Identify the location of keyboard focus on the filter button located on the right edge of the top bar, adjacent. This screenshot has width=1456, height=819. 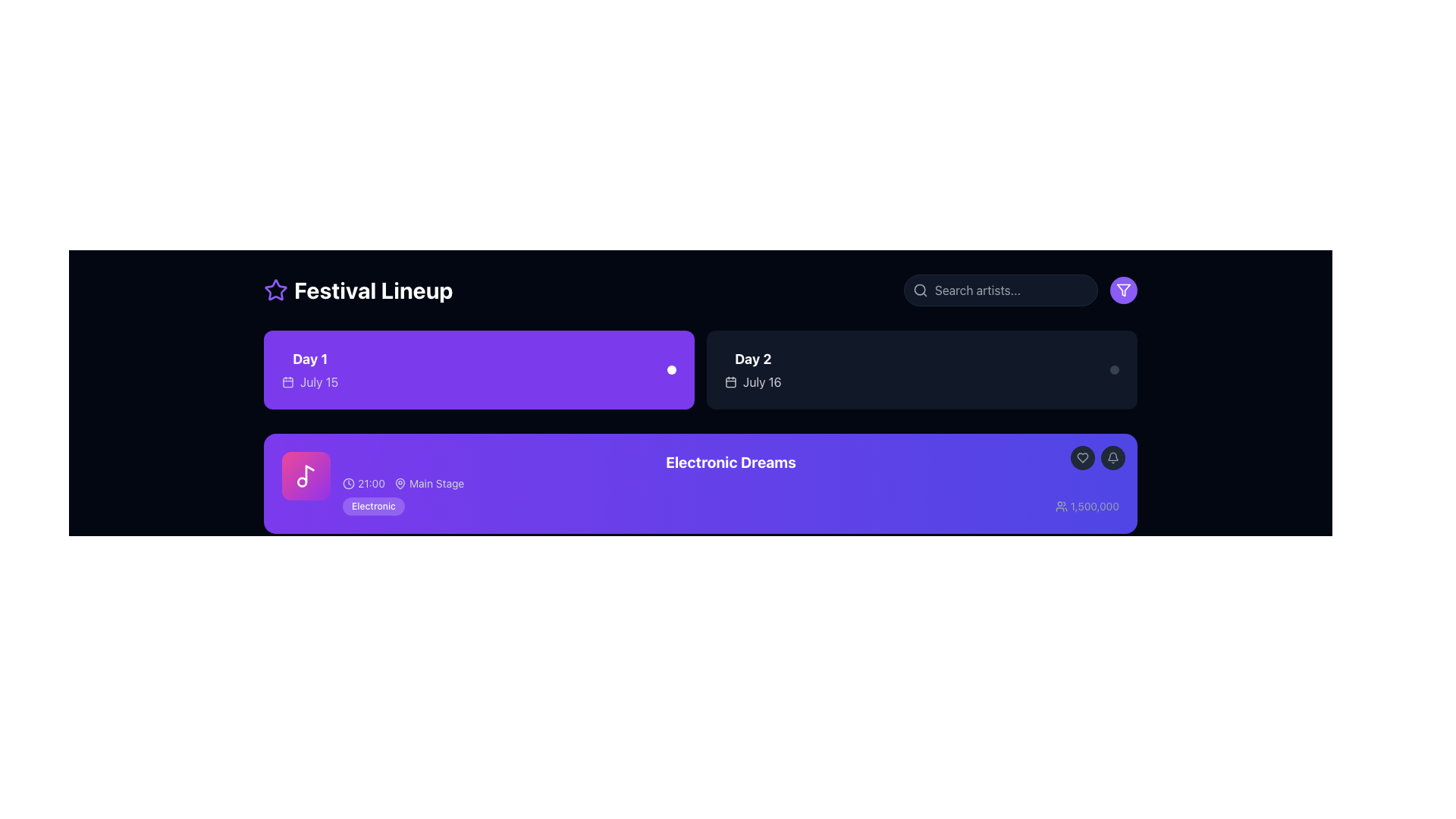
(1124, 290).